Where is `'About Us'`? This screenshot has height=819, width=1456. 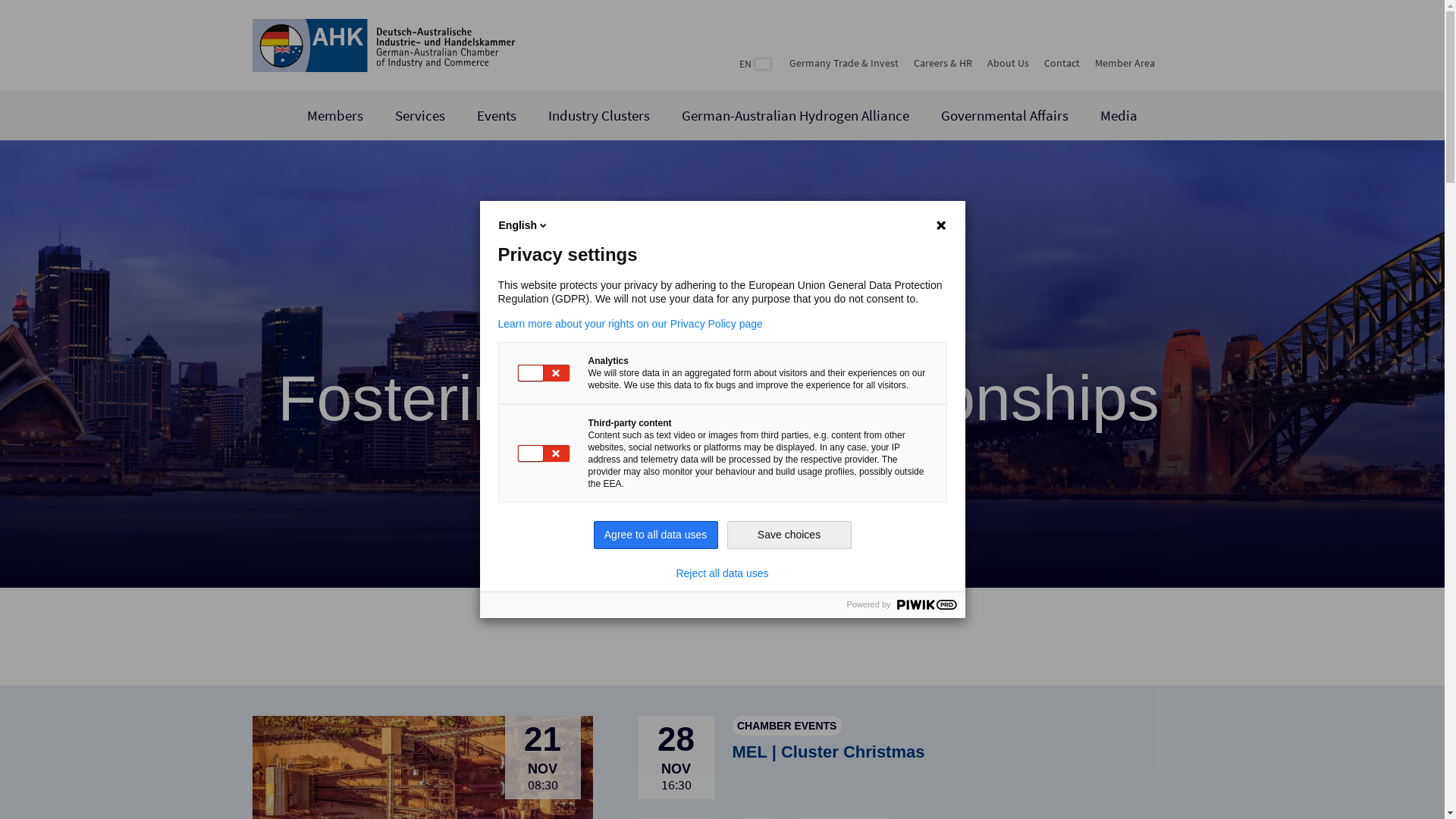 'About Us' is located at coordinates (1008, 62).